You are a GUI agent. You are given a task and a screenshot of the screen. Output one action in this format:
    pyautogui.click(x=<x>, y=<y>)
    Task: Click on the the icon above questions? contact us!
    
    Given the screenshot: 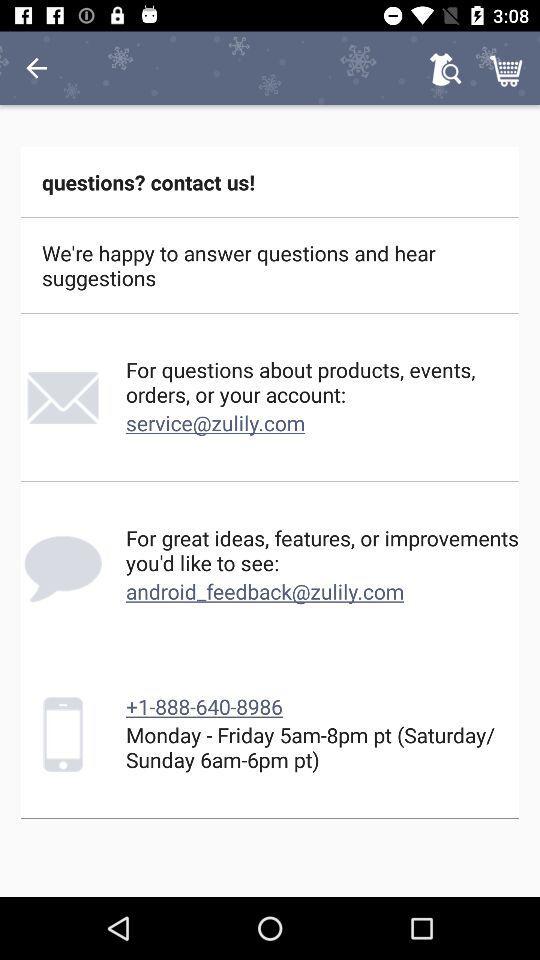 What is the action you would take?
    pyautogui.click(x=508, y=68)
    